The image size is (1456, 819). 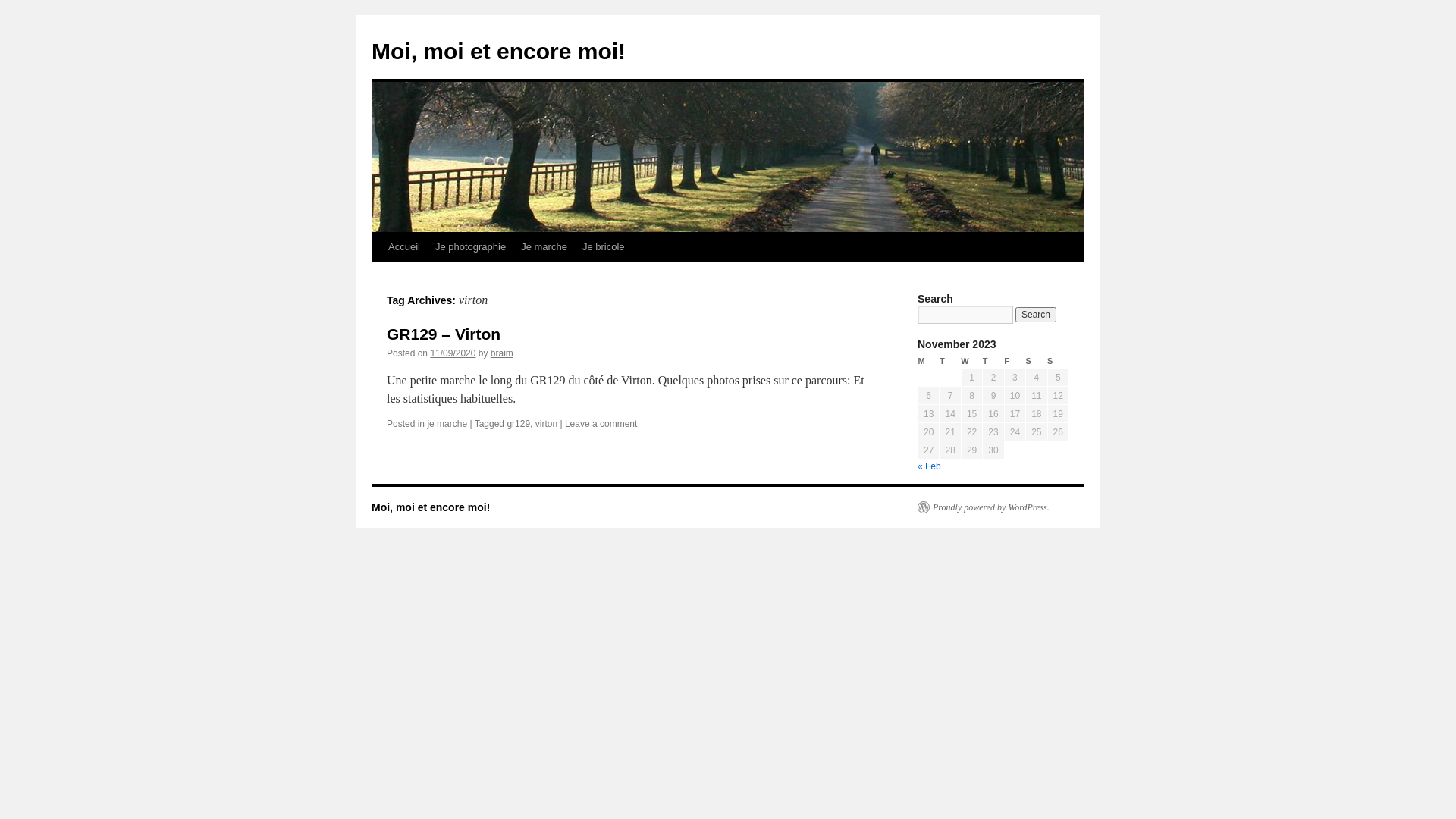 I want to click on 'Je photographie', so click(x=469, y=246).